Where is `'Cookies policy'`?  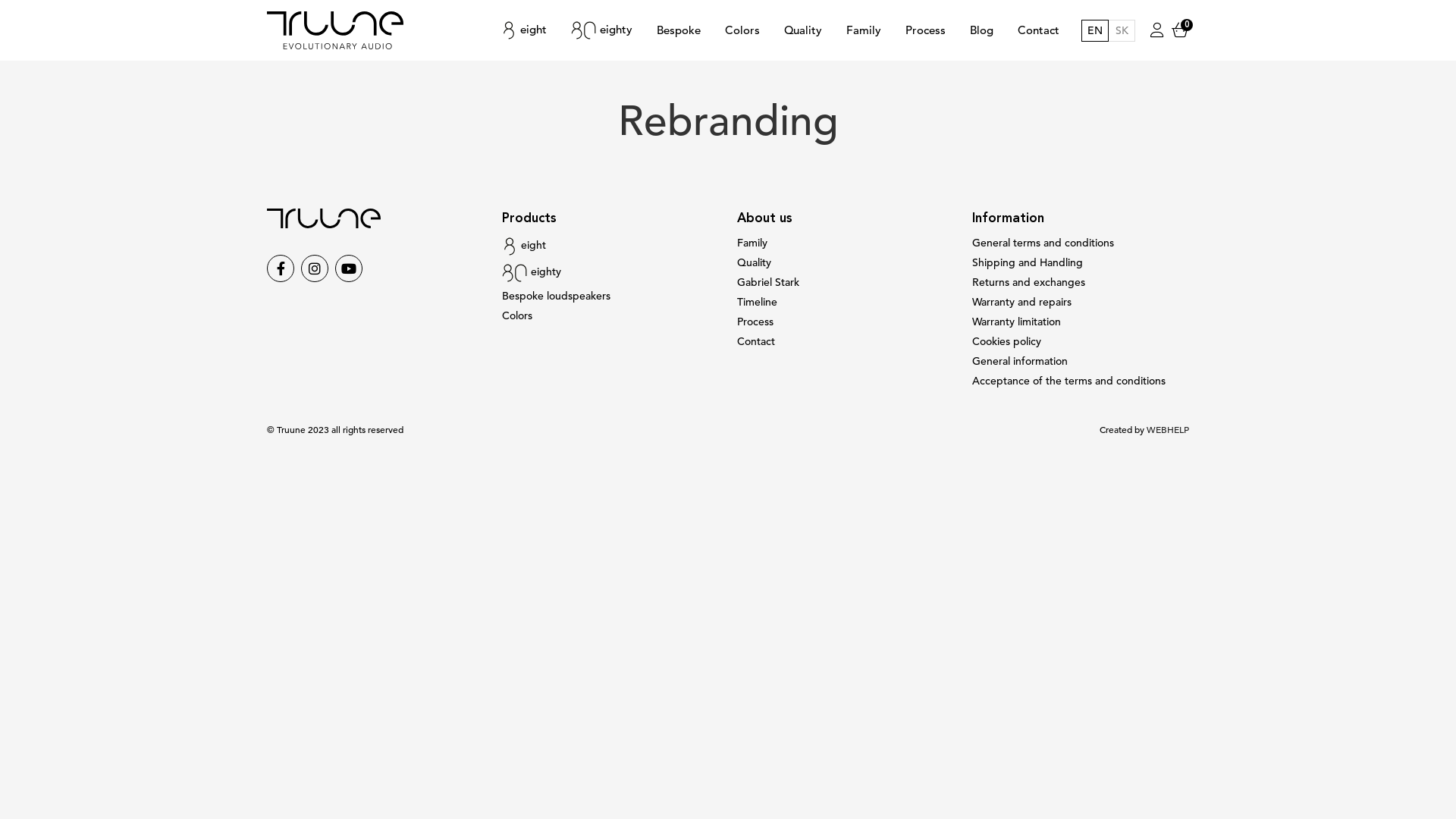
'Cookies policy' is located at coordinates (1006, 341).